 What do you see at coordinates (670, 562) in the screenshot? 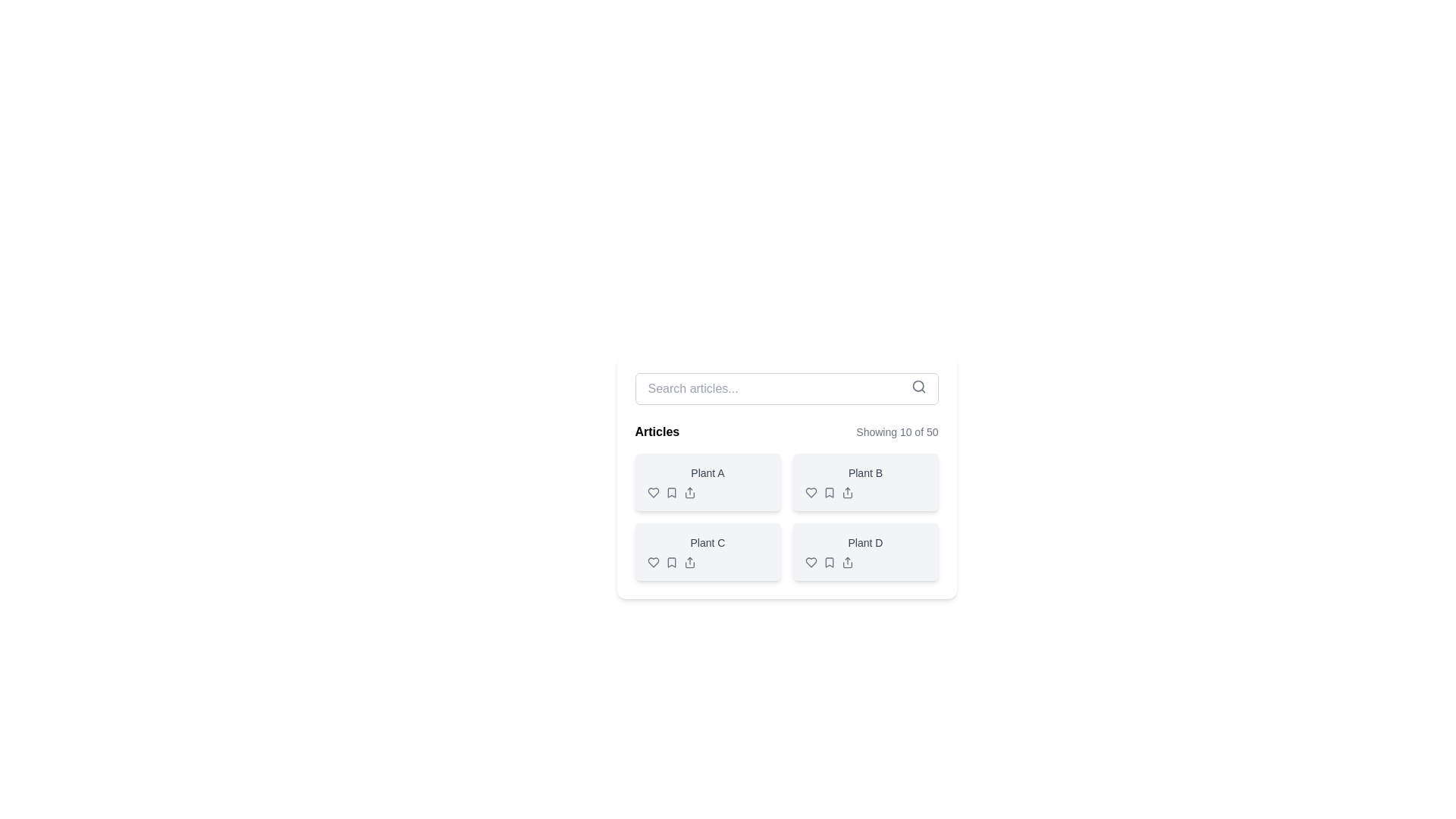
I see `the bookmark icon located below the 'Plant C' label in the 'Articles' section` at bounding box center [670, 562].